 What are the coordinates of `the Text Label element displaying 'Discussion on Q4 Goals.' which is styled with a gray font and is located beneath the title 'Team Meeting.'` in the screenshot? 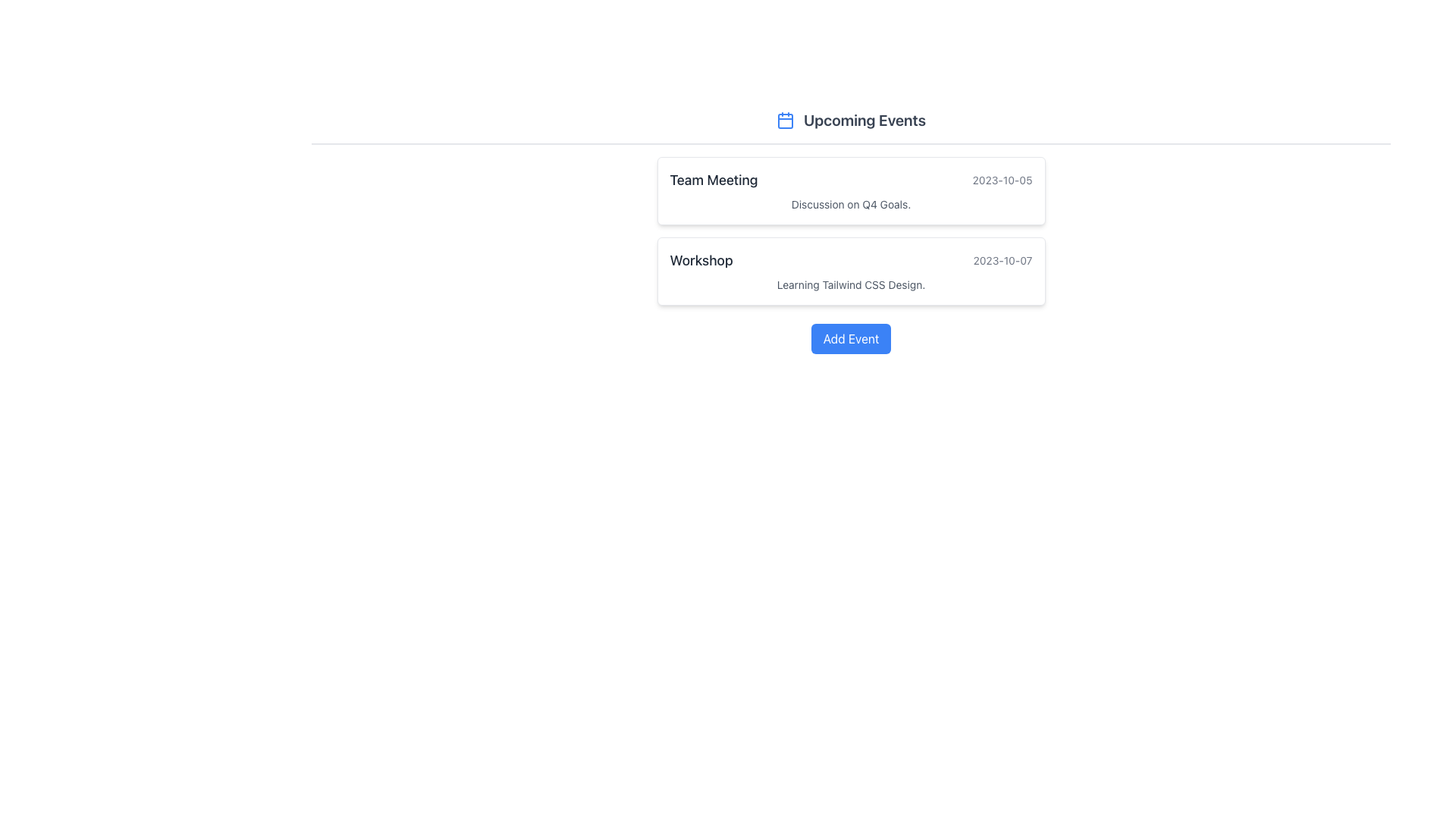 It's located at (851, 205).